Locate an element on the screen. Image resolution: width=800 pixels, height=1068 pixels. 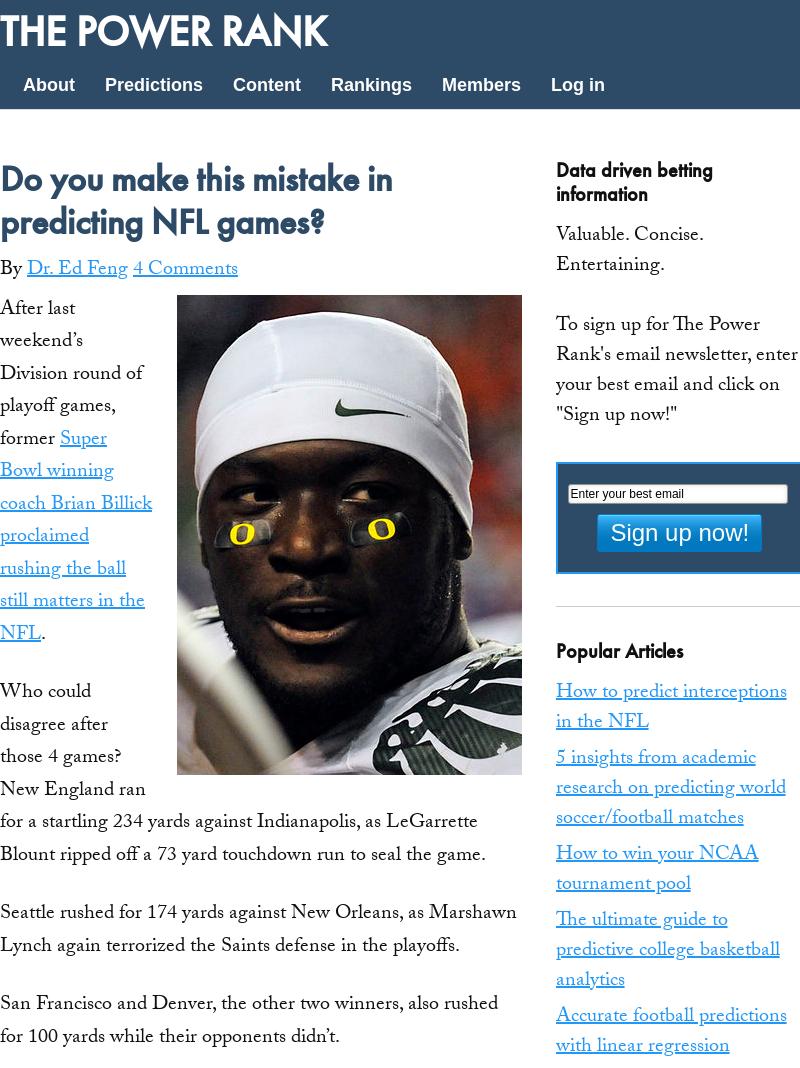
'Super Bowl winning coach Brian Billick proclaimed rushing the ball still matters in the NFL' is located at coordinates (76, 536).